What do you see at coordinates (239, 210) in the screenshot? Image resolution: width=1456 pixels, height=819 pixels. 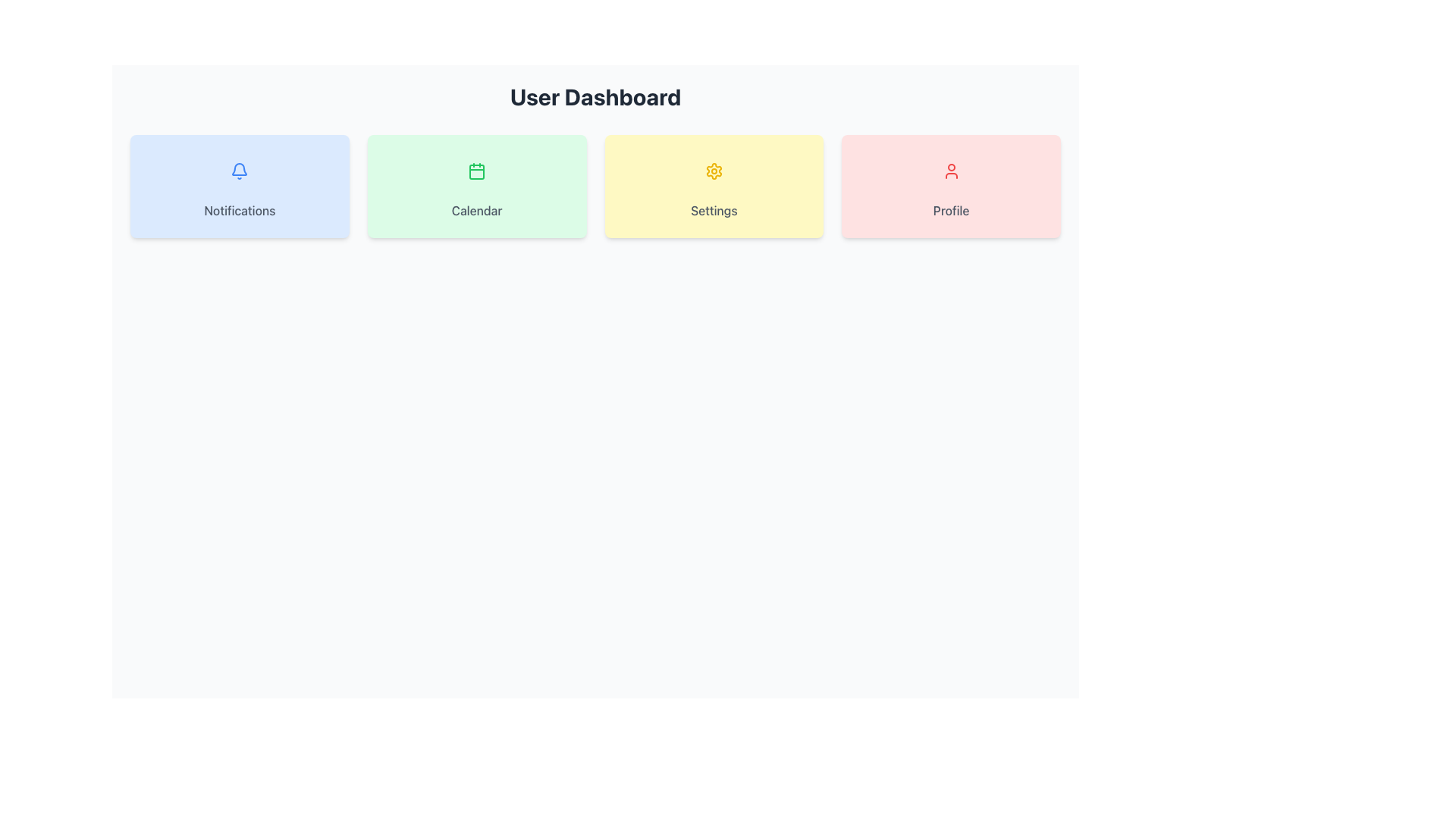 I see `the text label below the bell icon on the blue card in the top-left corner of the grid layout, which describes the card's purpose related to notifications` at bounding box center [239, 210].